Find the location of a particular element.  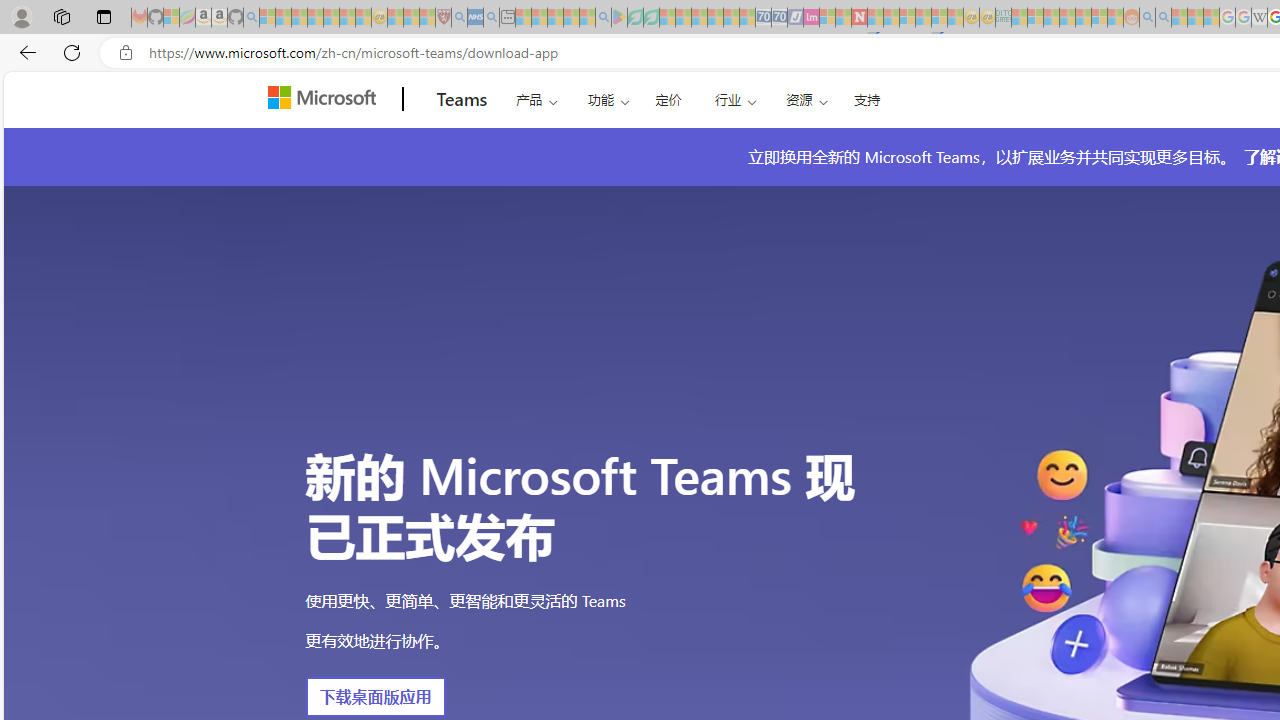

'Teams' is located at coordinates (461, 99).